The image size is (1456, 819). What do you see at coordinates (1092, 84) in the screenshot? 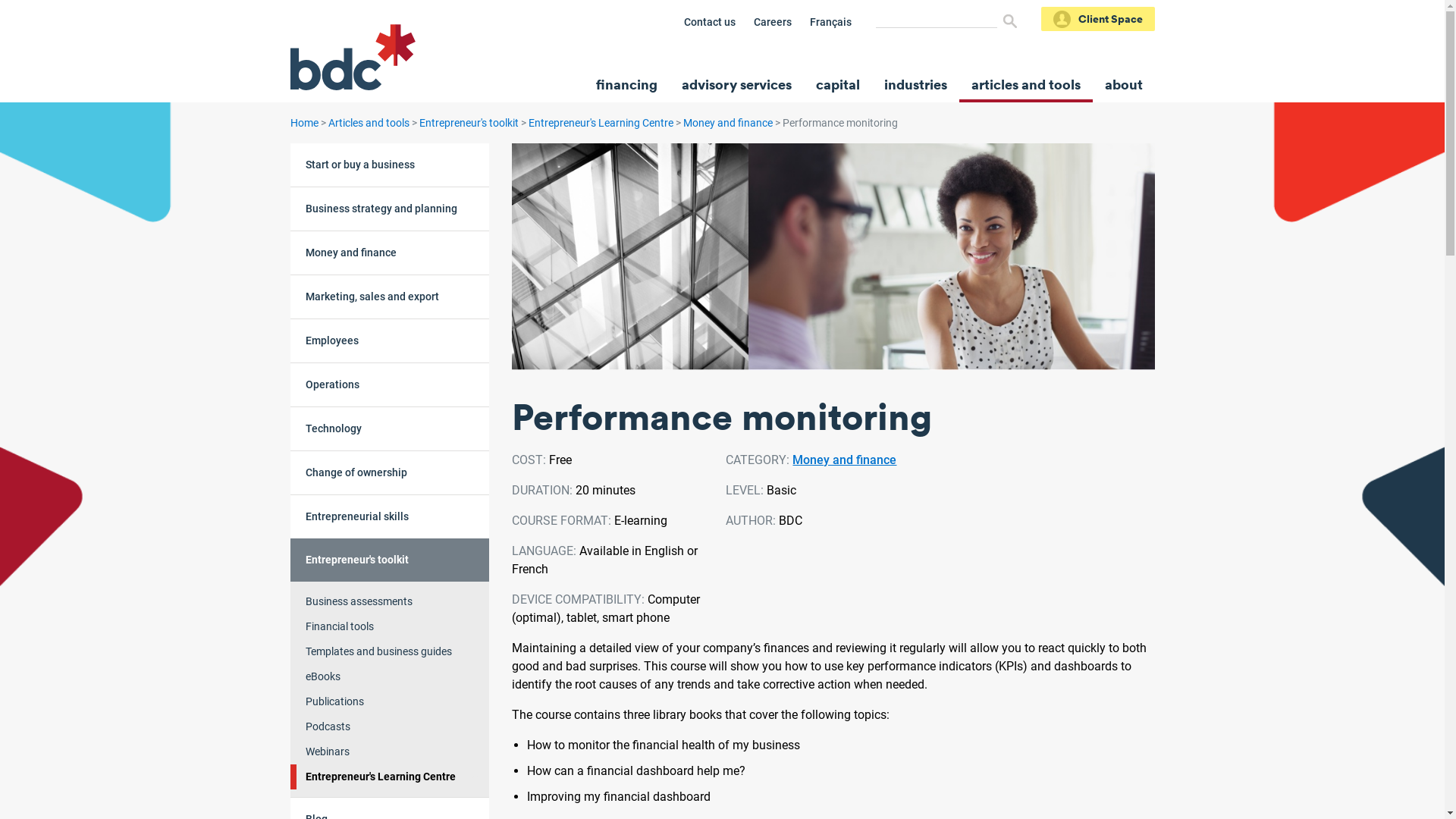
I see `'about'` at bounding box center [1092, 84].